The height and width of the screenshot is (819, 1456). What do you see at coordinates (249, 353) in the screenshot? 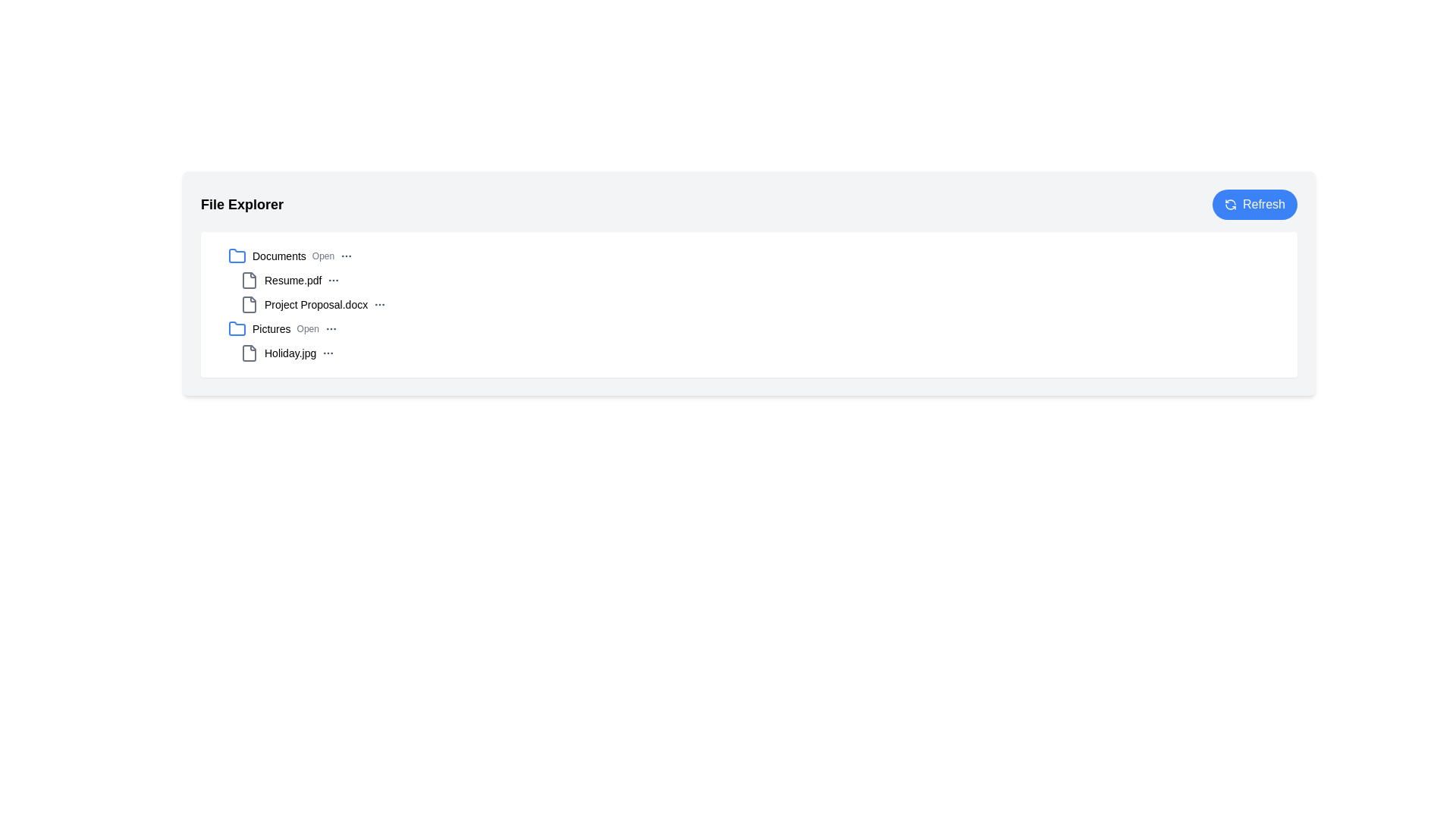
I see `the document file icon representing 'Holiday.jpg' located near the bottom of the item list in the file explorer` at bounding box center [249, 353].